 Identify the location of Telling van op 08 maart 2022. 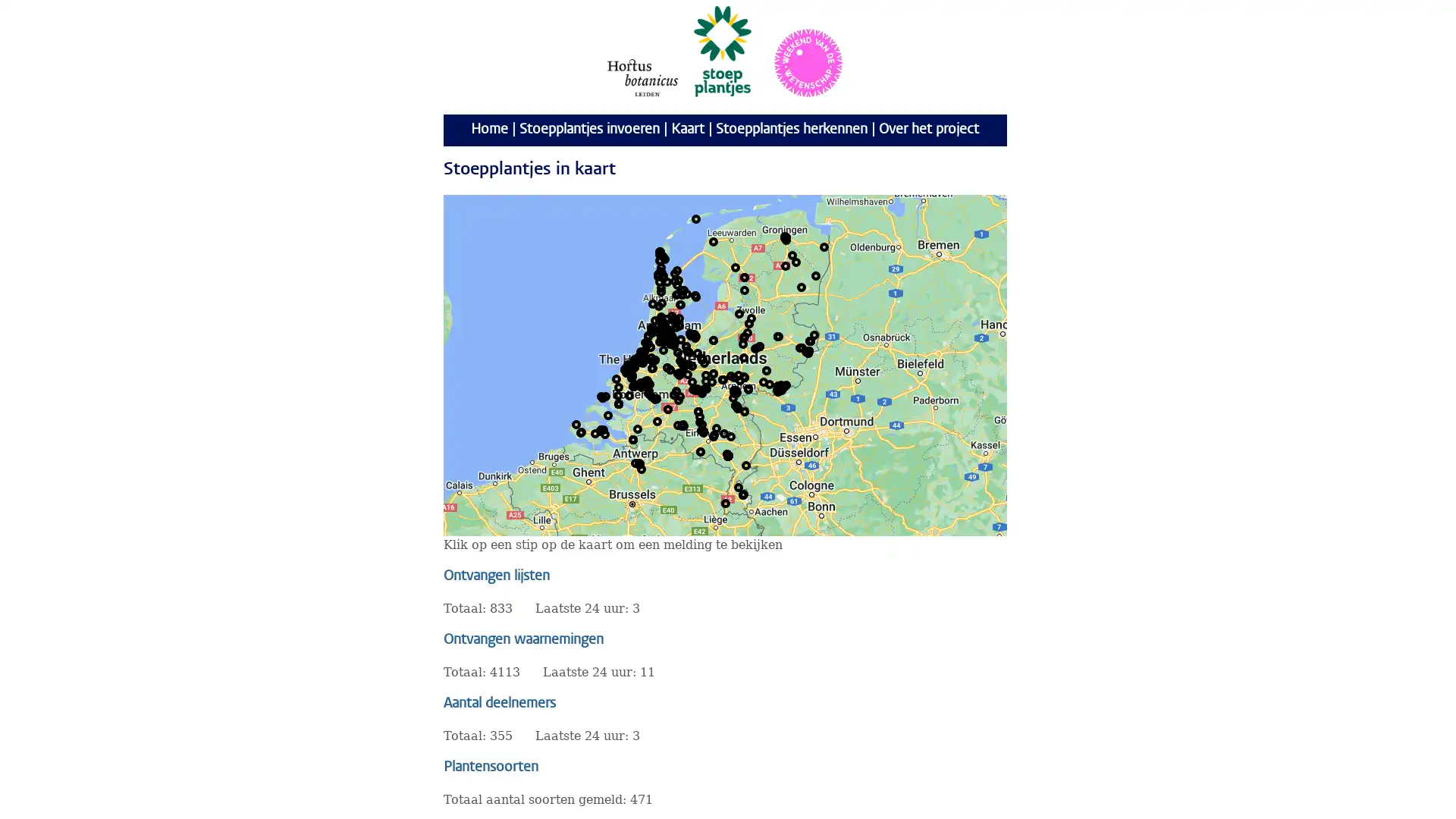
(662, 338).